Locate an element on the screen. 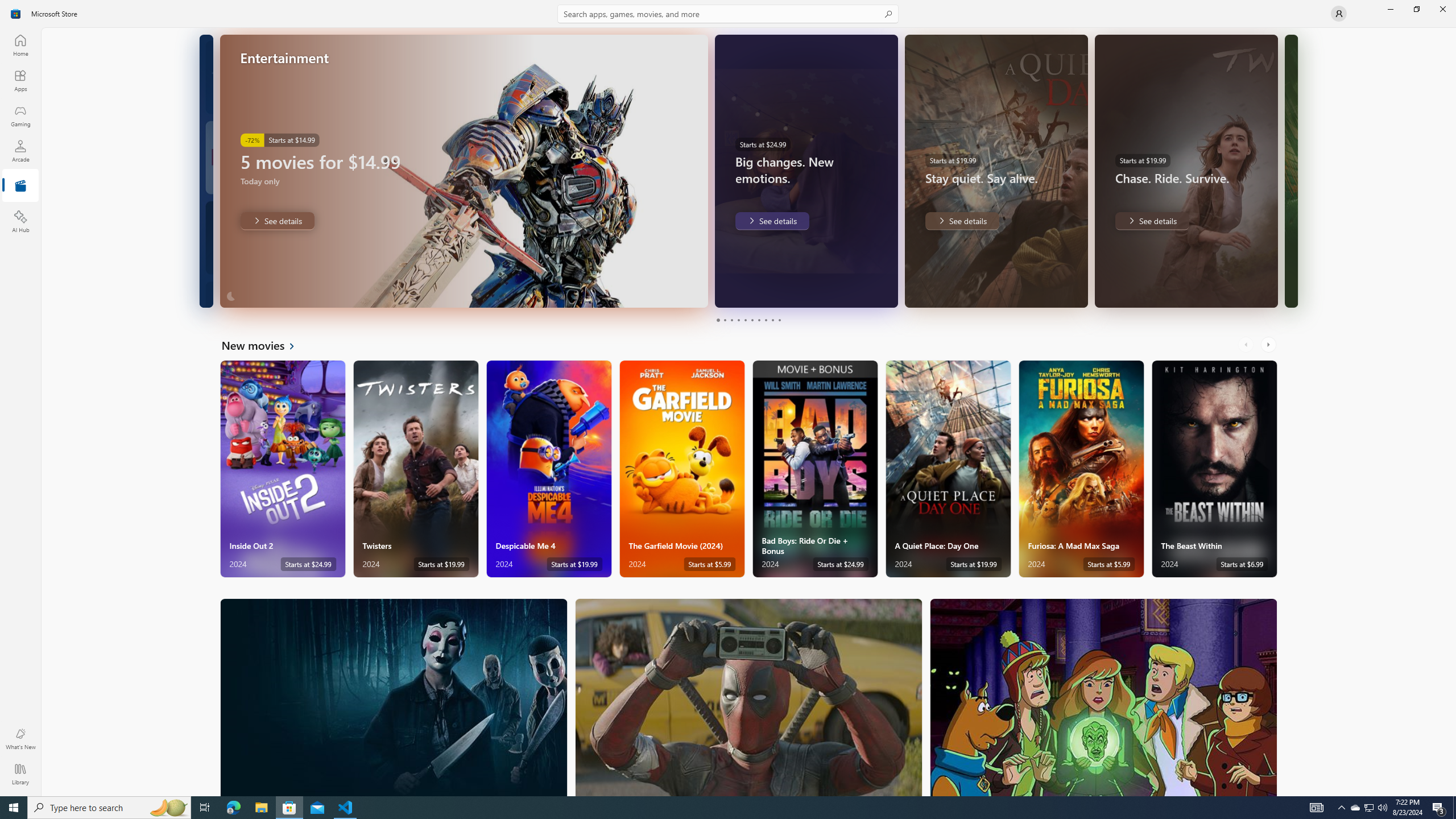 The image size is (1456, 819). 'Apps' is located at coordinates (19, 80).